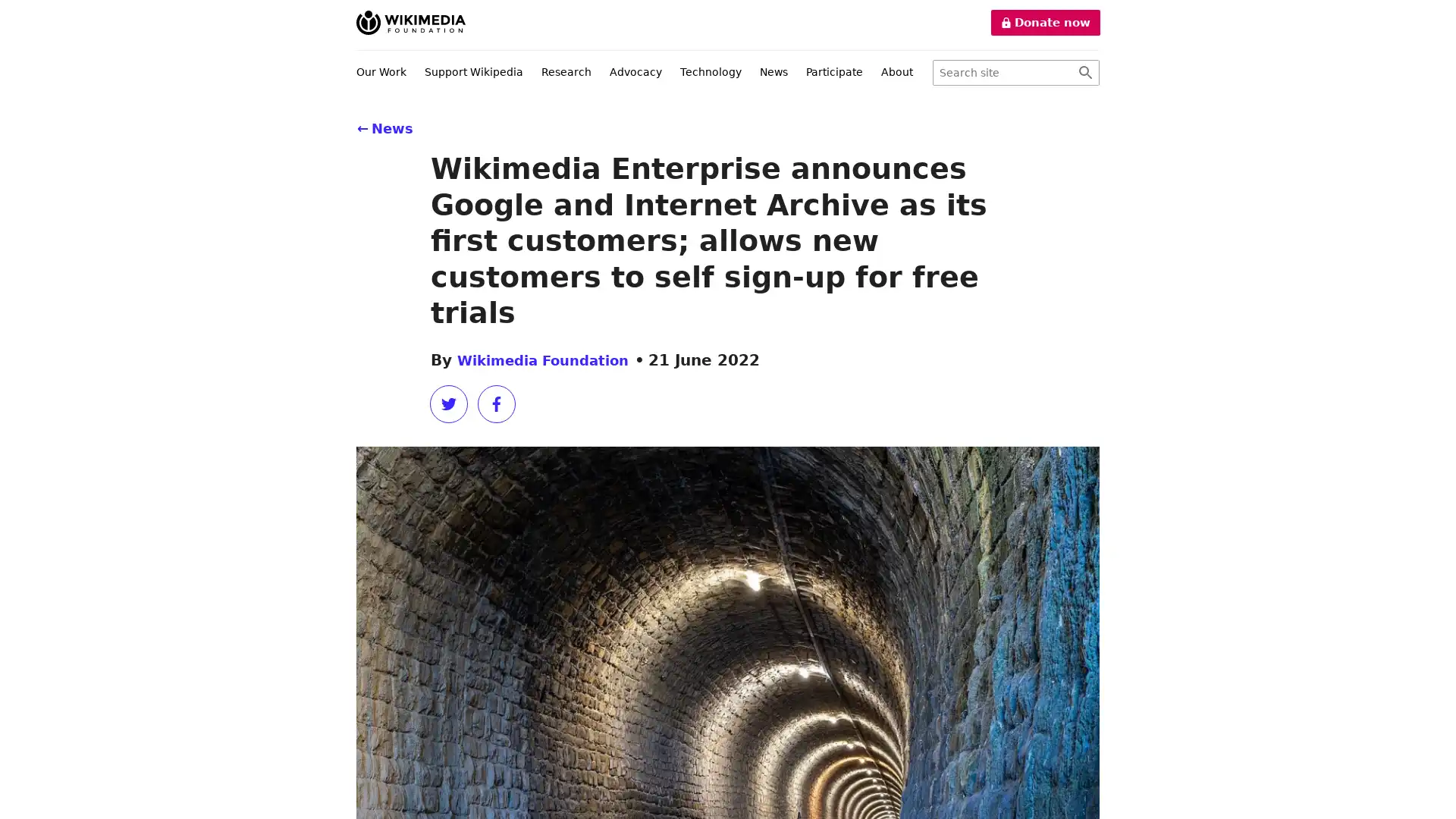 This screenshot has height=819, width=1456. Describe the element at coordinates (1084, 73) in the screenshot. I see `Search` at that location.